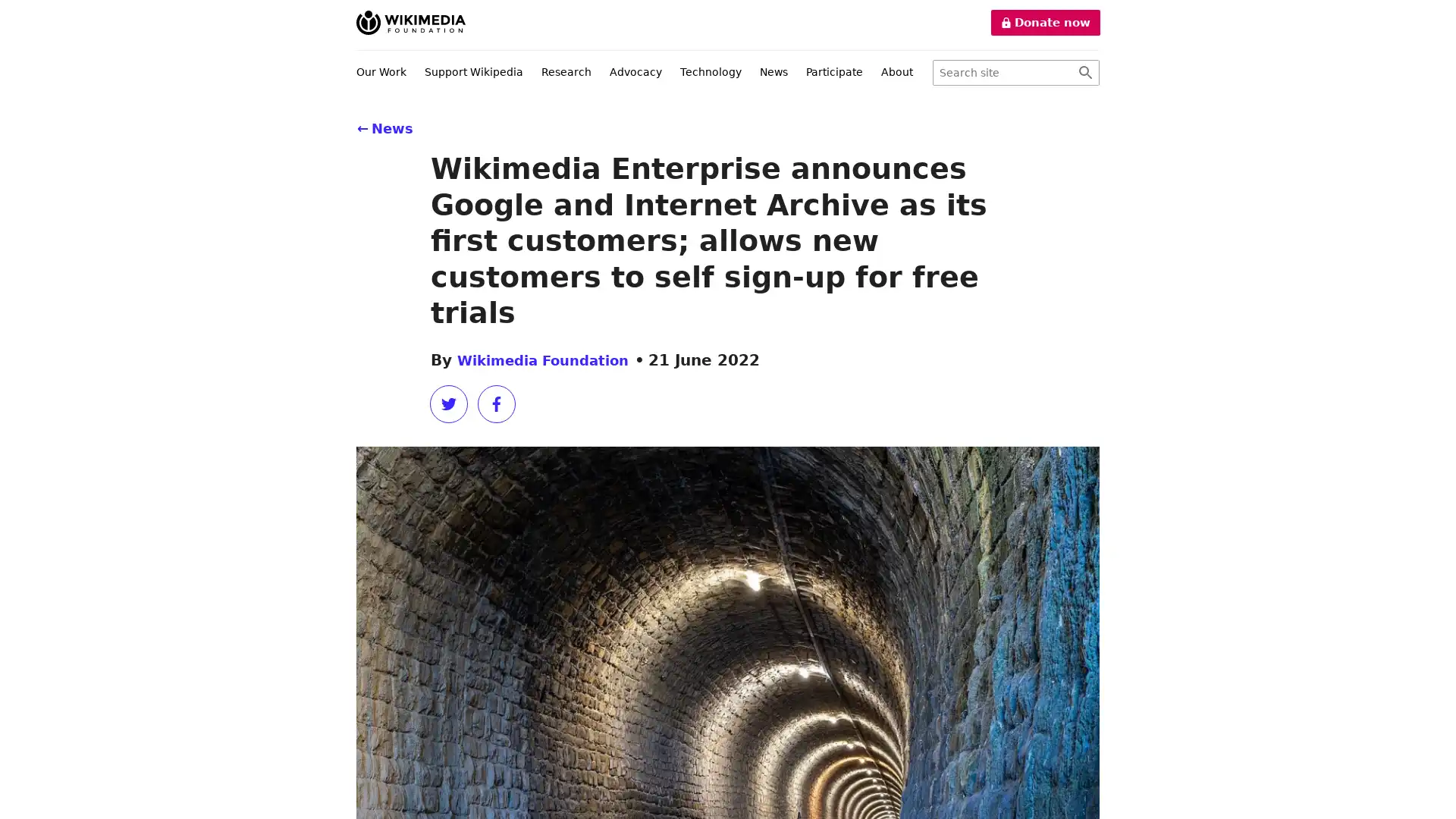 This screenshot has height=819, width=1456. Describe the element at coordinates (1084, 73) in the screenshot. I see `Search` at that location.